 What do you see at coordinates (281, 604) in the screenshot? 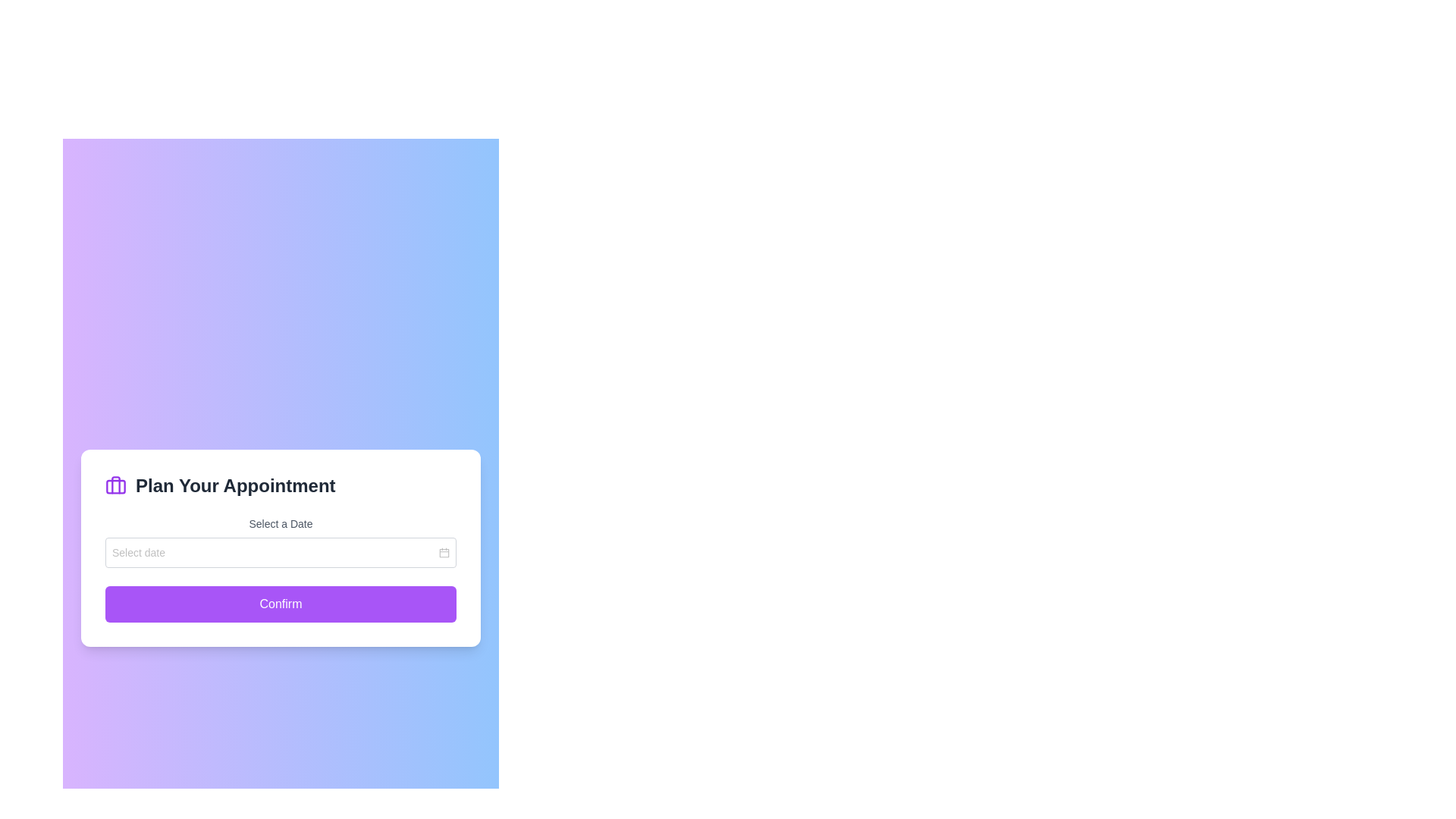
I see `keyboard navigation` at bounding box center [281, 604].